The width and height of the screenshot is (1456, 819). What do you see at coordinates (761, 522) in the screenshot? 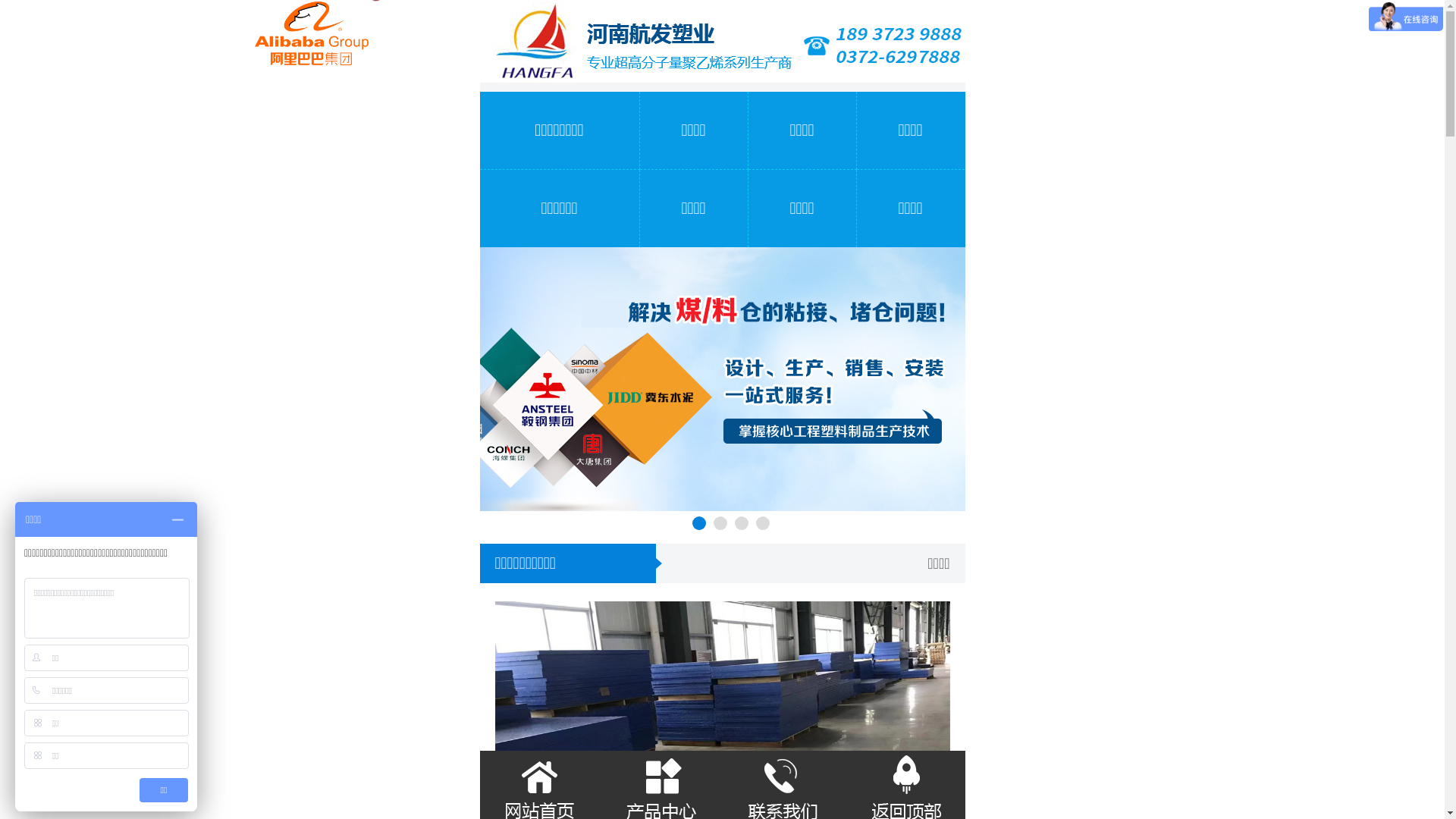
I see `'4'` at bounding box center [761, 522].